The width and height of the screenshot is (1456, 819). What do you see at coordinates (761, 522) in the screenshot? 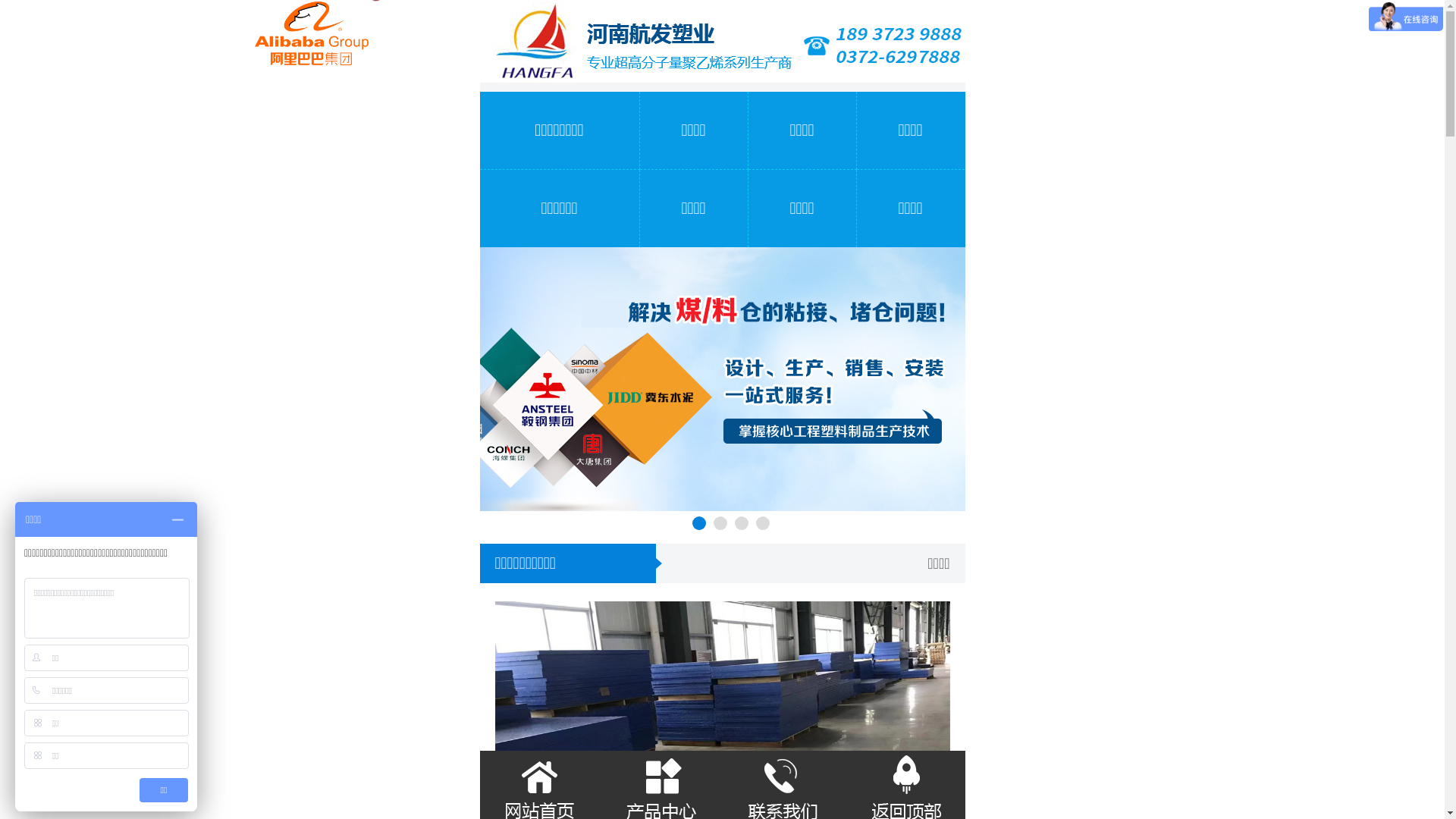
I see `'4'` at bounding box center [761, 522].